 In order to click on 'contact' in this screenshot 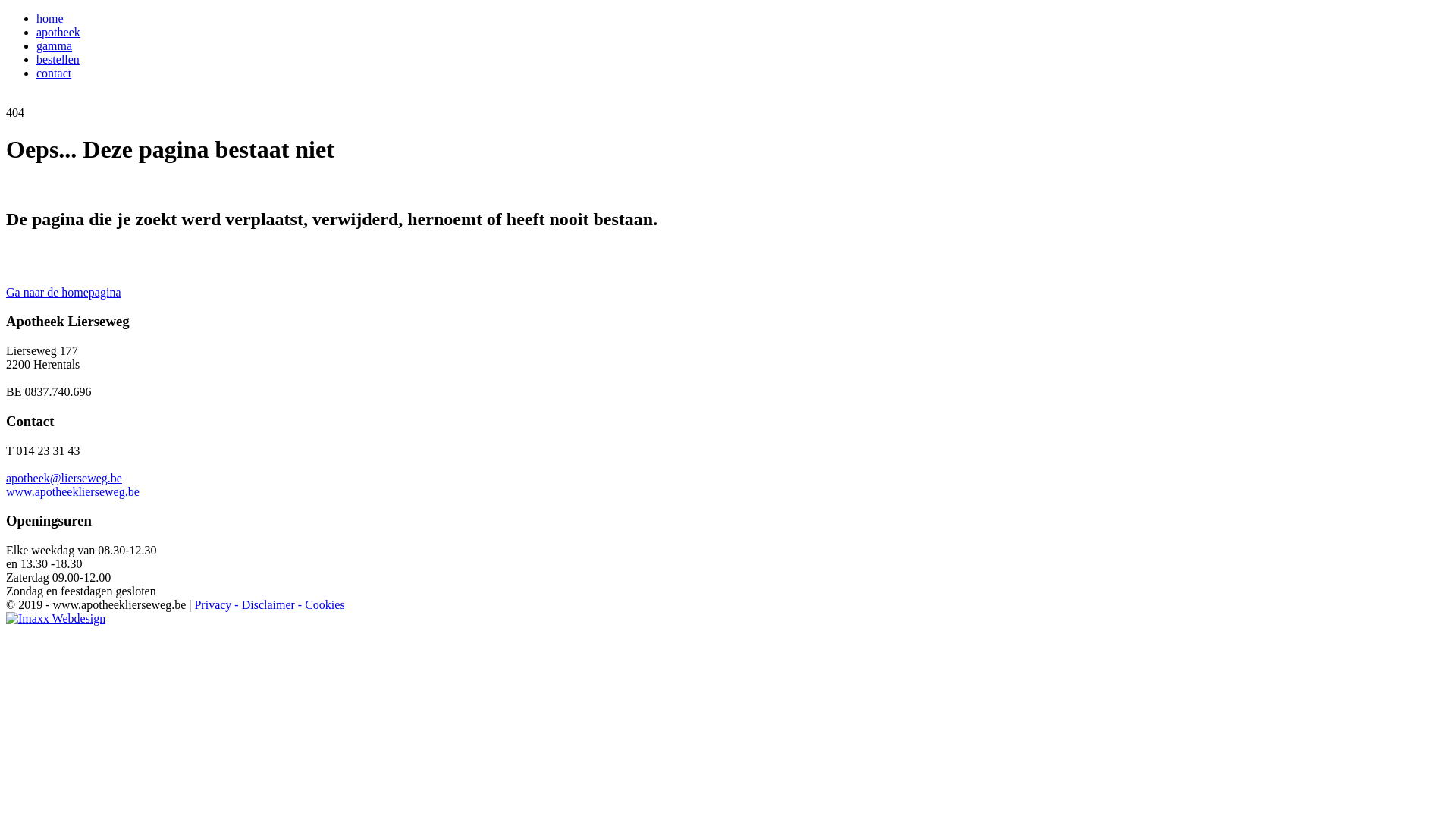, I will do `click(54, 73)`.